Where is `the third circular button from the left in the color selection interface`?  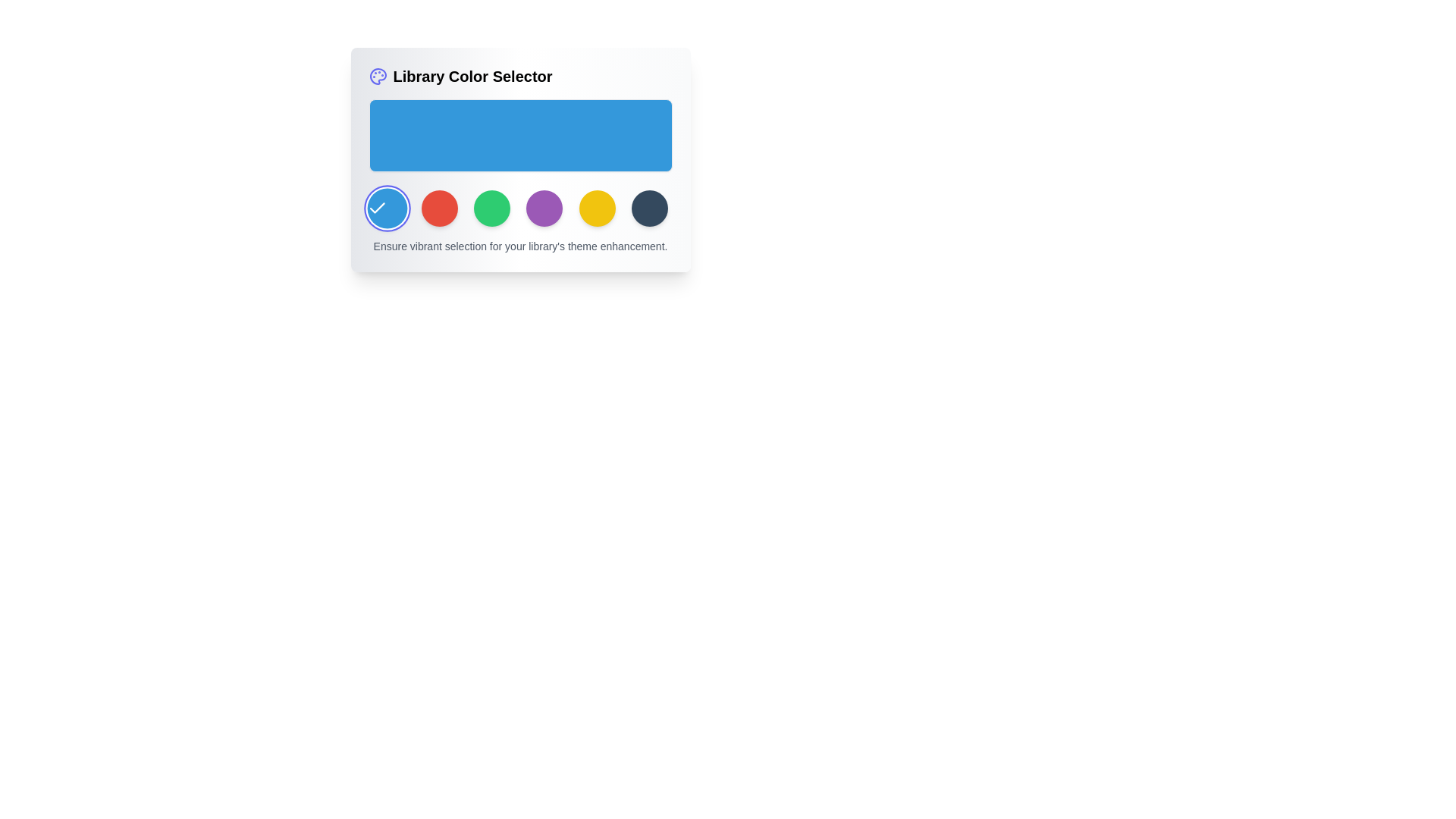
the third circular button from the left in the color selection interface is located at coordinates (492, 208).